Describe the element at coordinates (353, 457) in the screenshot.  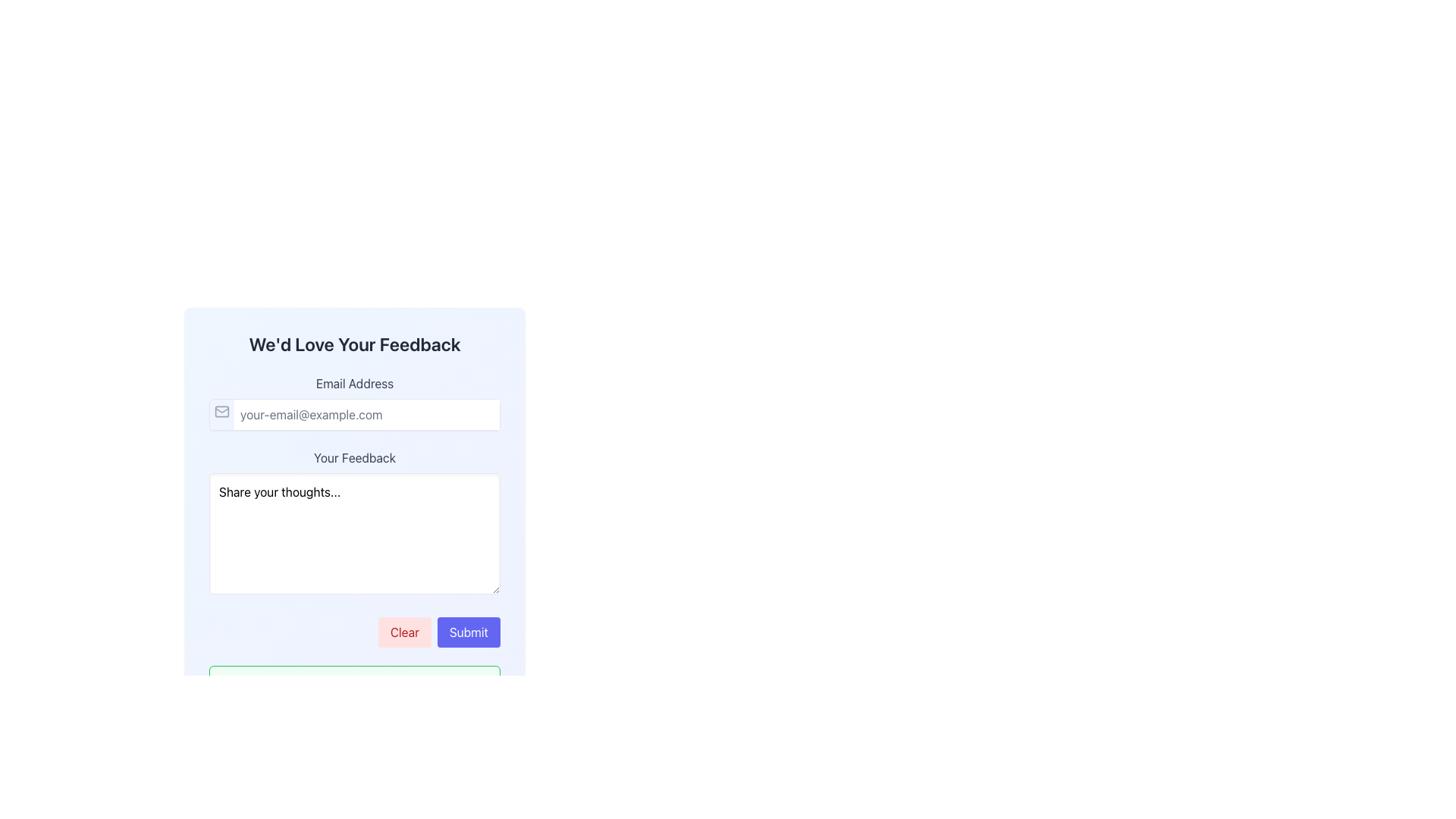
I see `the 'Your Feedback' label in the feedback form, which provides context for the following textarea` at that location.